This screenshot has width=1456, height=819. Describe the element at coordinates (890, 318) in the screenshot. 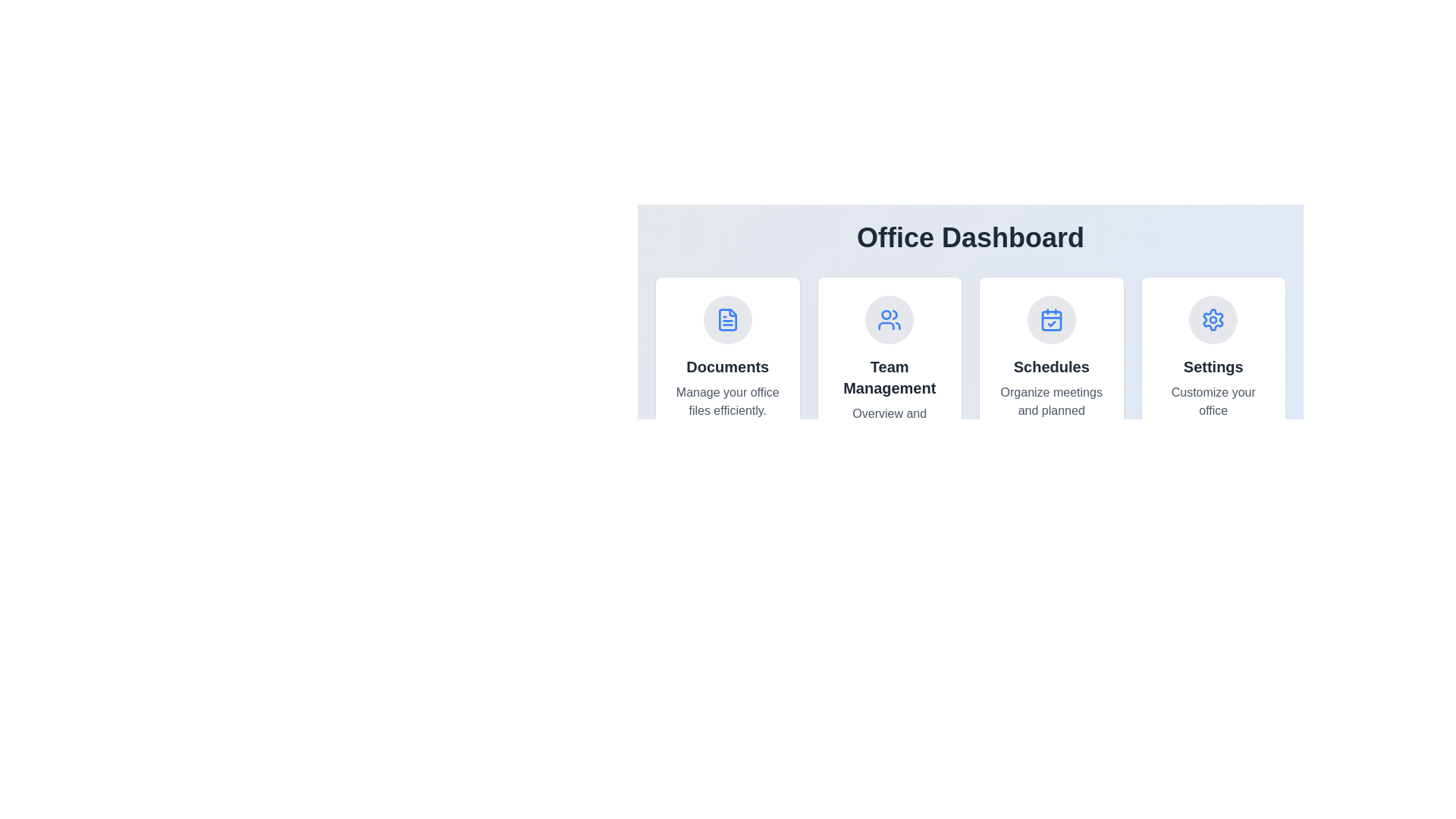

I see `the 'Team Management' icon located in the second card from the left under the 'Office Dashboard' heading, which is represented by a circular grayish background` at that location.